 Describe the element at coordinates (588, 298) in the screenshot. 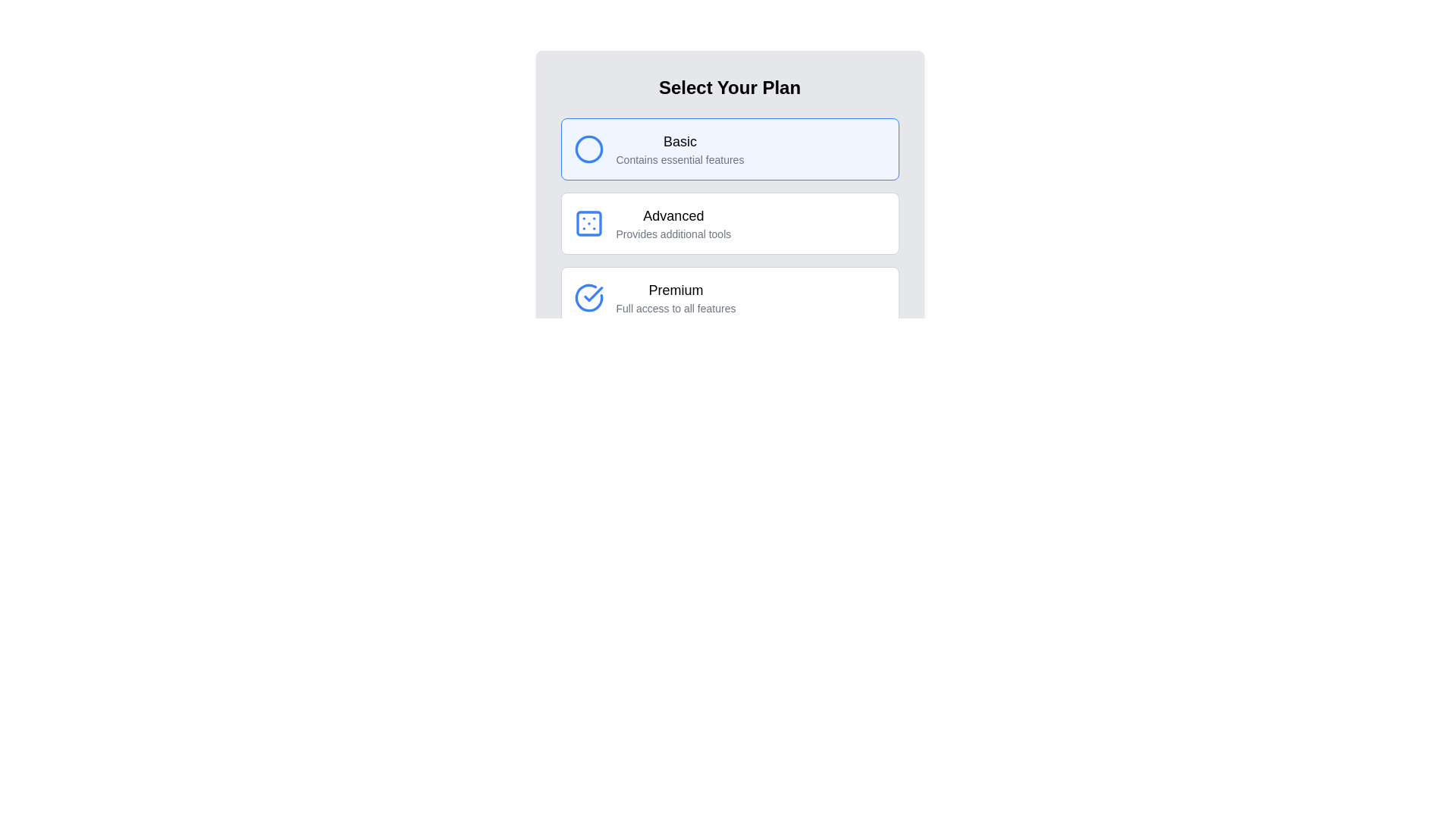

I see `the blue circular SVG icon representing a checkmark for the 'Premium' plan option, located to the left of the 'Premium' text` at that location.